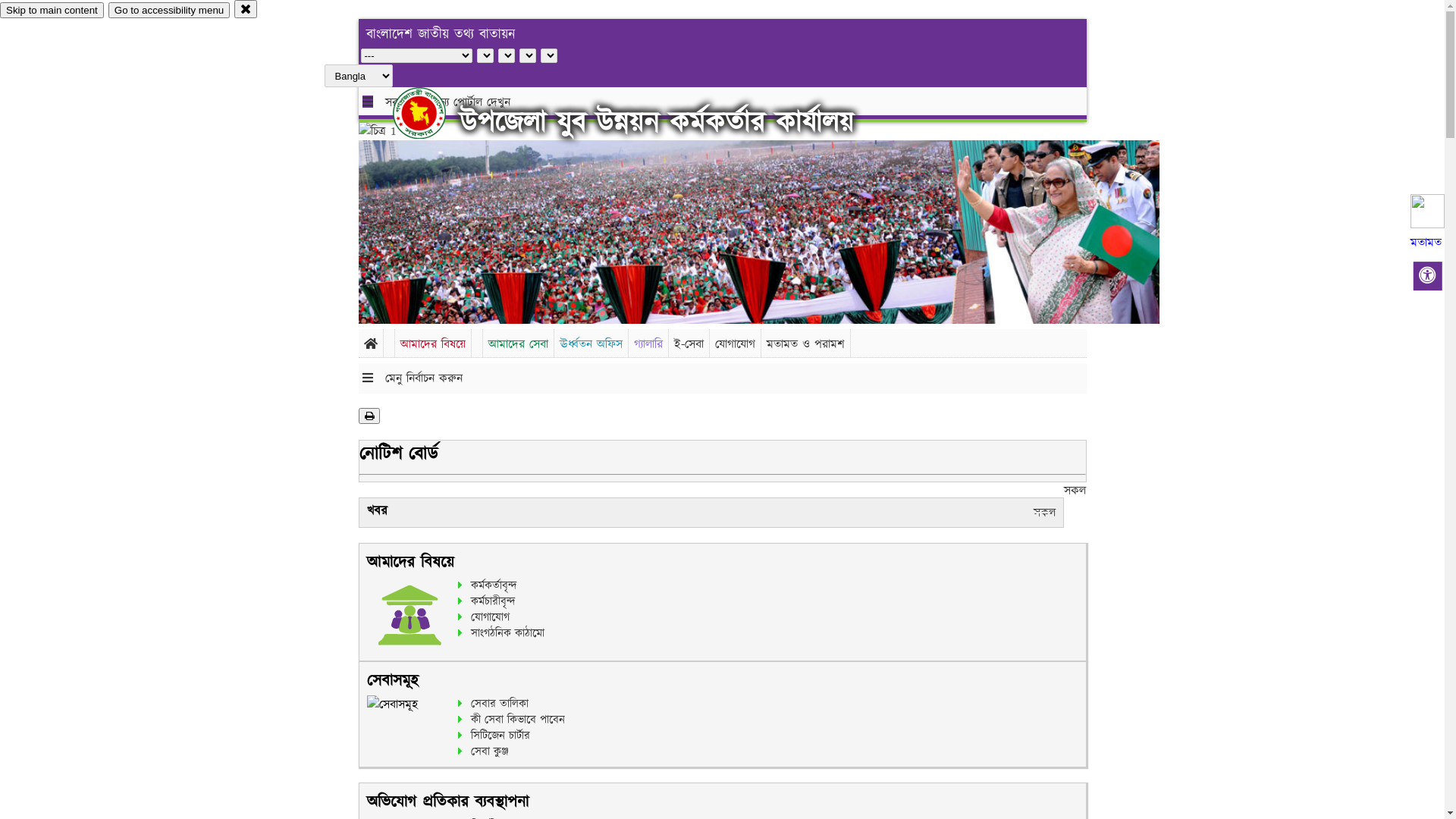  Describe the element at coordinates (431, 112) in the screenshot. I see `'` at that location.